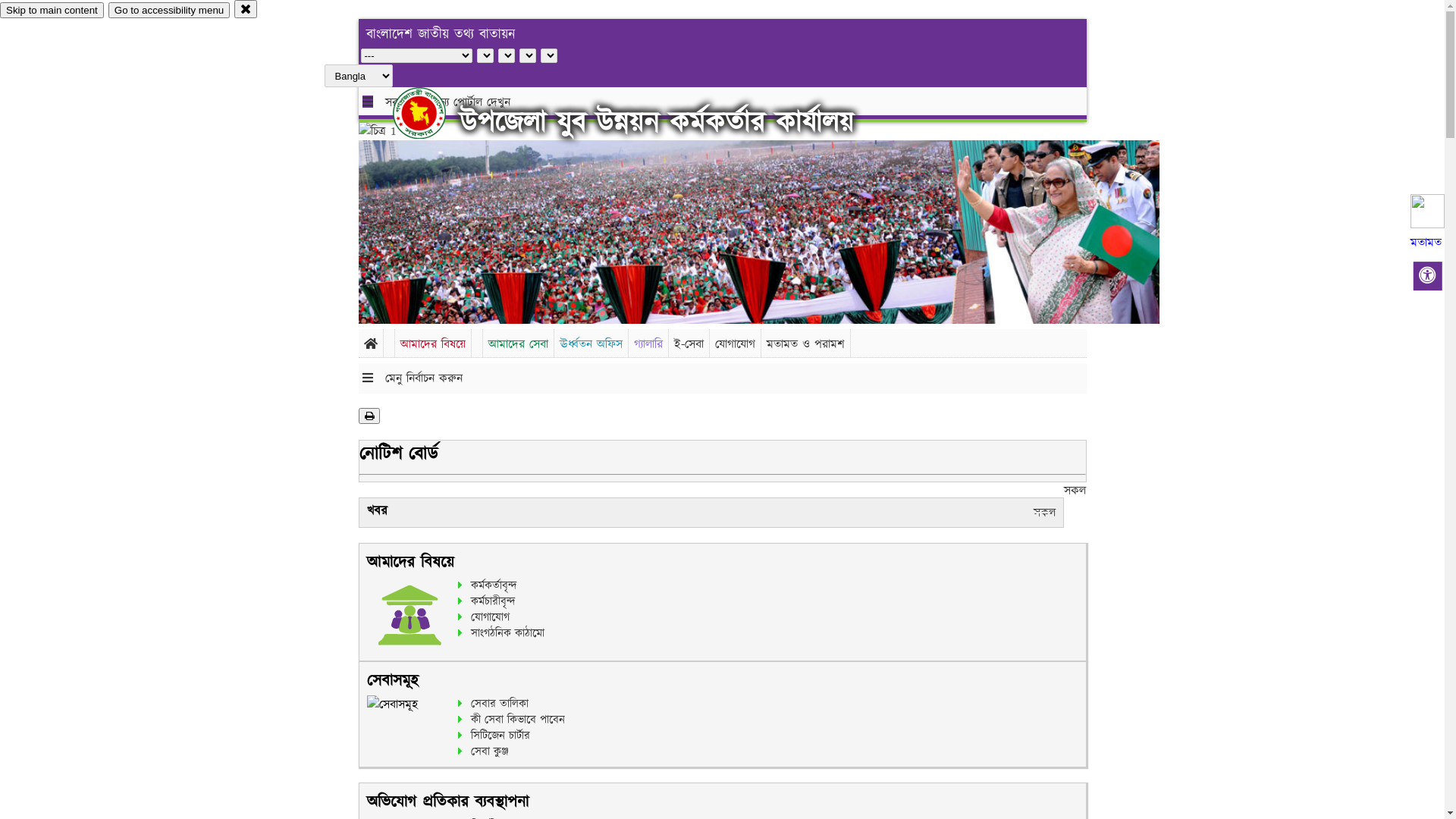  Describe the element at coordinates (431, 112) in the screenshot. I see `'` at that location.